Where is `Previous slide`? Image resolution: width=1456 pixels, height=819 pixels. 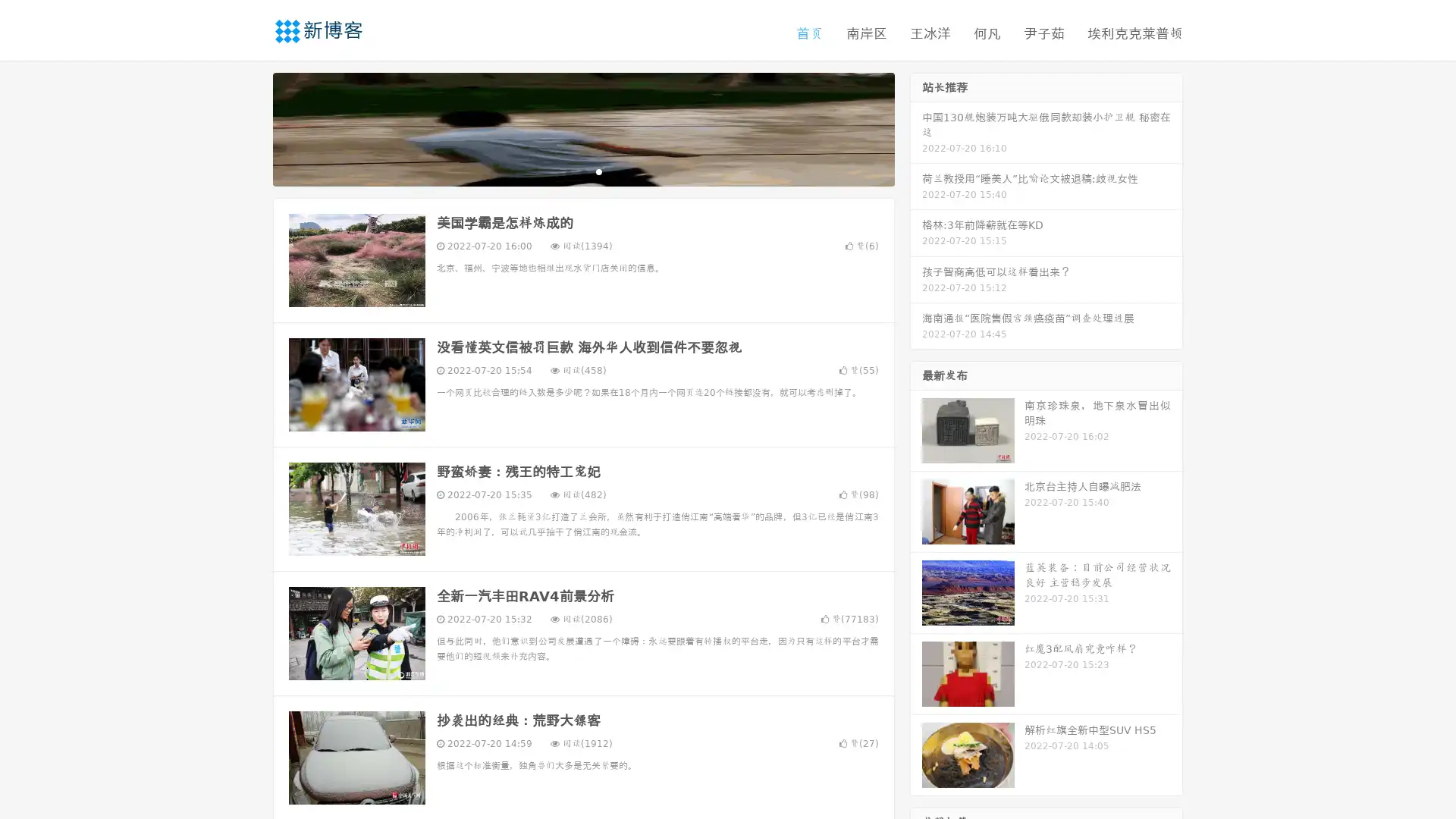
Previous slide is located at coordinates (250, 127).